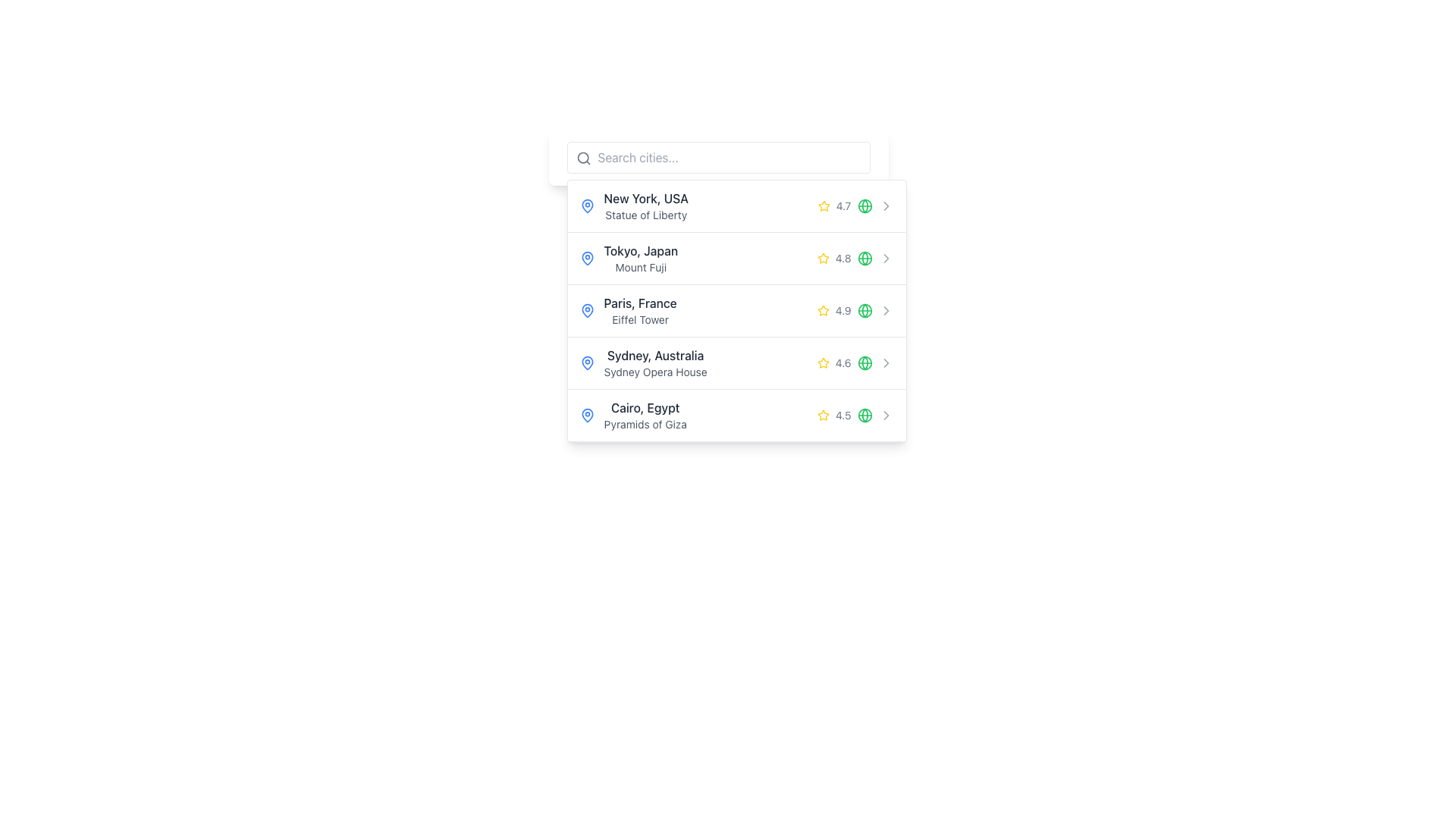  I want to click on the icon located in the row indicating 'New York, USA', following the numerical rating '4.7', so click(864, 206).